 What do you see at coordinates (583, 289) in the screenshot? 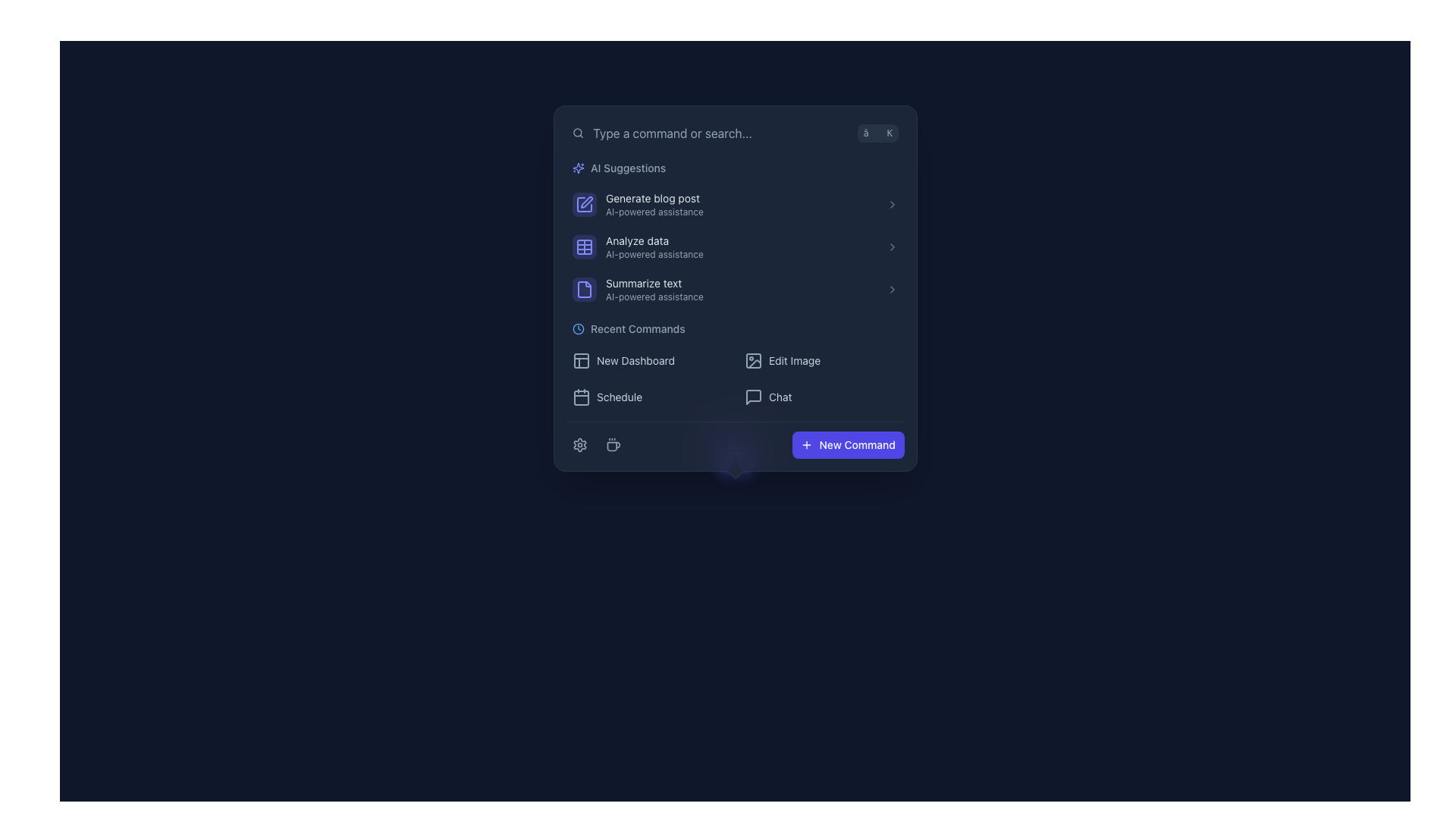
I see `the leftmost icon in a vertically stacked list, which visually represents a file-type entity and is adjacent to a similar component` at bounding box center [583, 289].